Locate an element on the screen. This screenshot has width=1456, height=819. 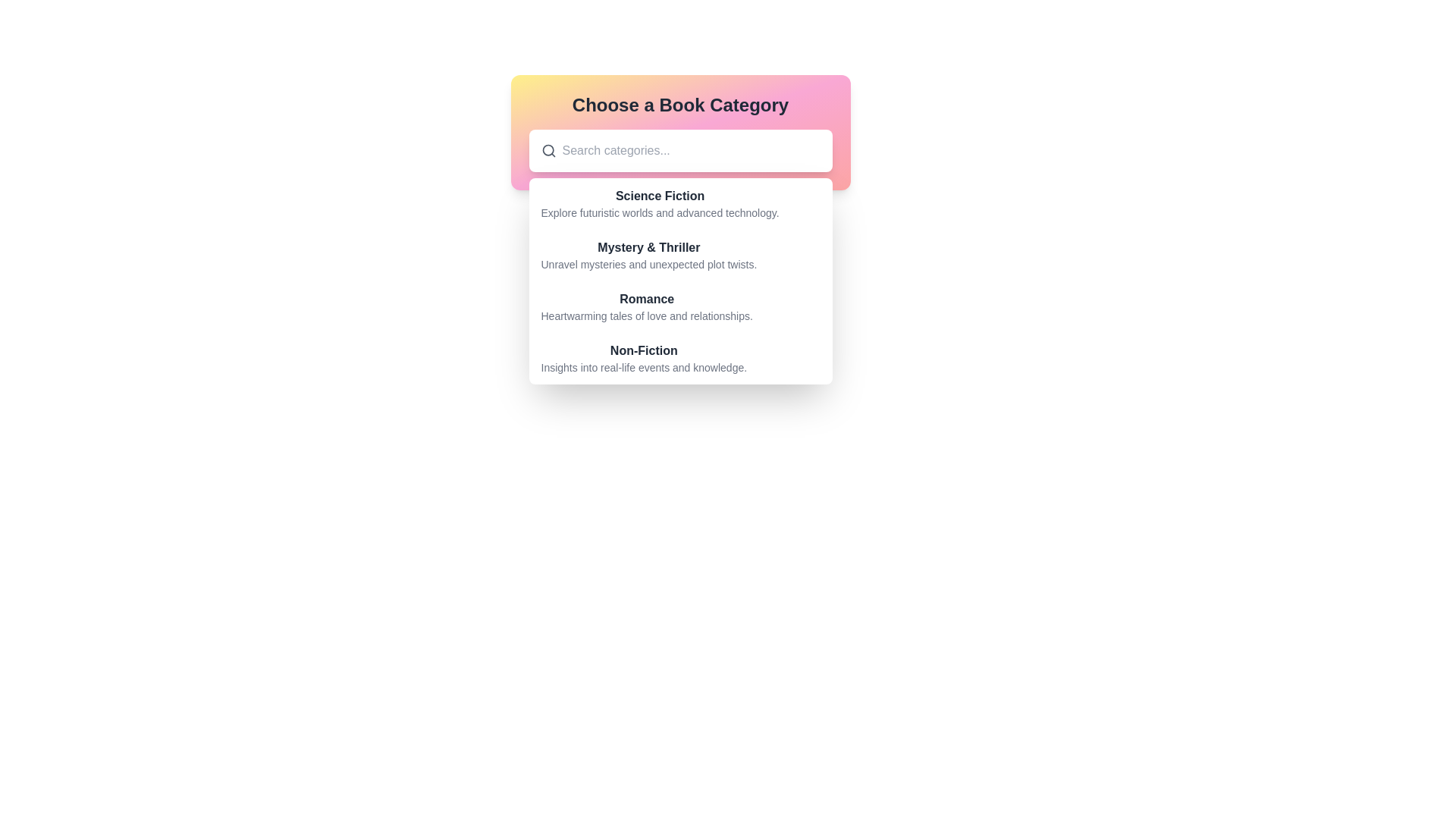
the descriptive text label for the 'Non-Fiction' category in the dropdown menu titled 'Choose a Book Category', which provides insights into its thematic focus is located at coordinates (644, 368).